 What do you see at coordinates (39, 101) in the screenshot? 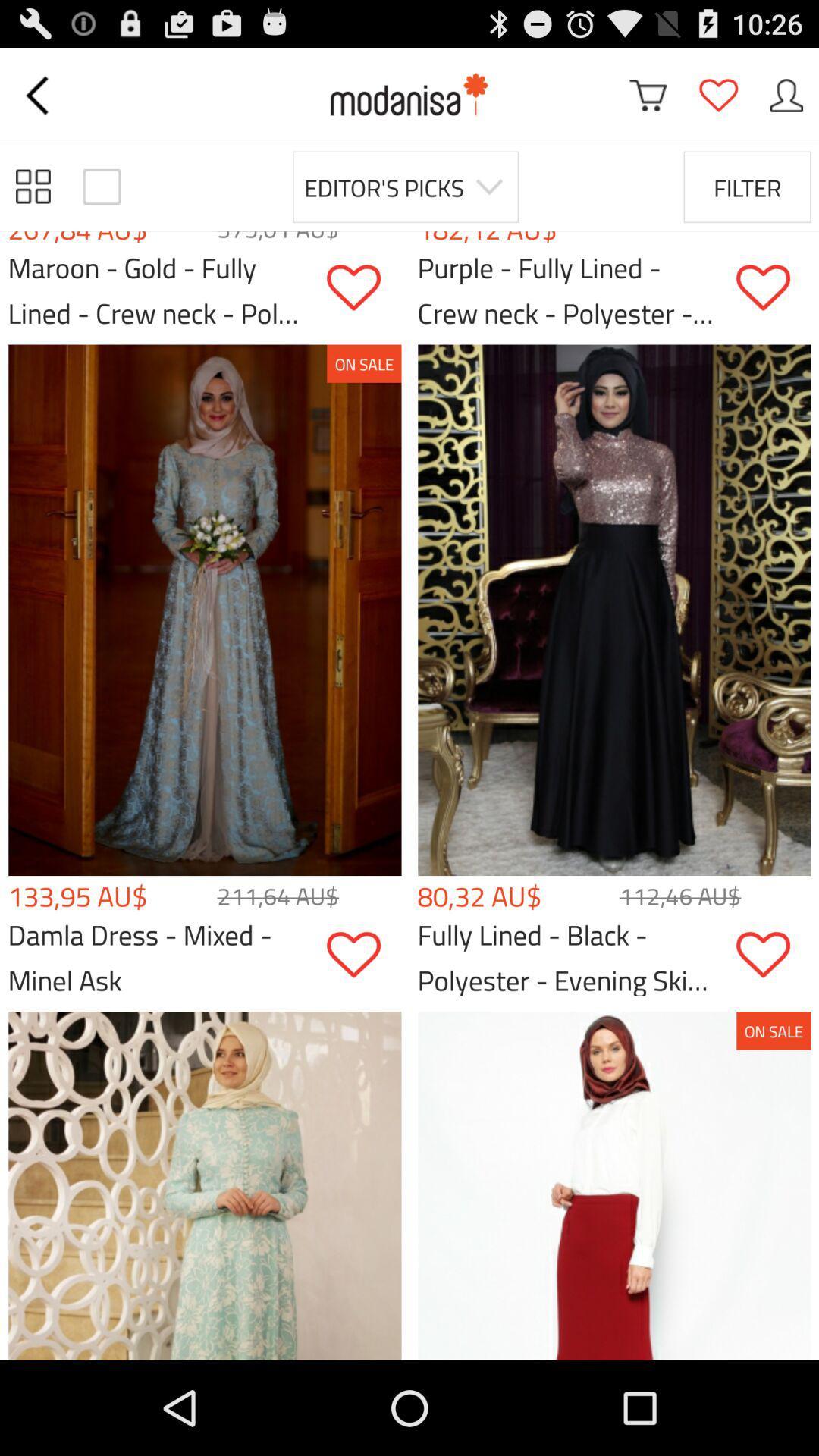
I see `the arrow_backward icon` at bounding box center [39, 101].